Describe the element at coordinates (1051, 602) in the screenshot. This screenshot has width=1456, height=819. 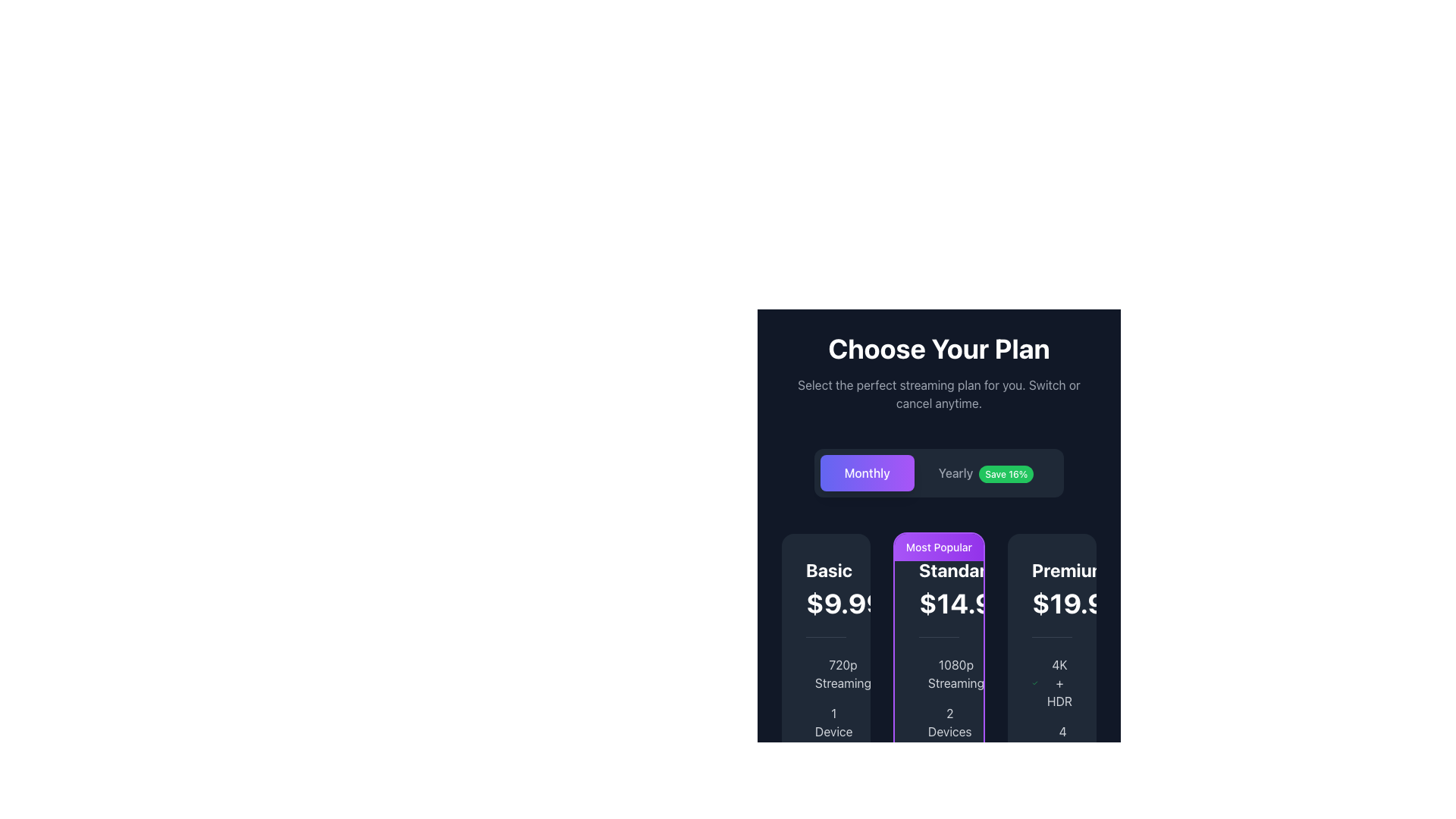
I see `the price information text element displaying '$19.99/mo' in the Premium subscription plan section of the pricing table` at that location.